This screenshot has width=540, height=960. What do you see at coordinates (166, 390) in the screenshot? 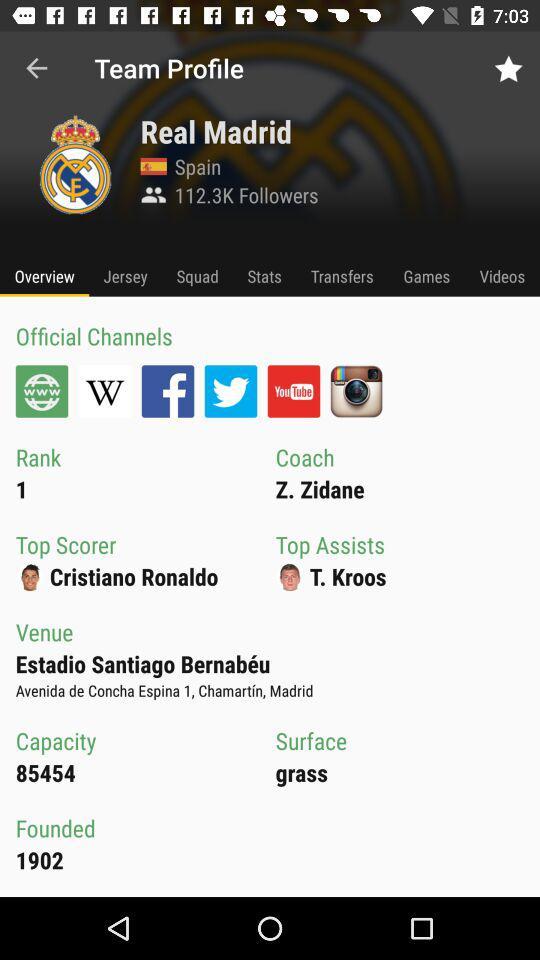
I see `the facebook icon` at bounding box center [166, 390].